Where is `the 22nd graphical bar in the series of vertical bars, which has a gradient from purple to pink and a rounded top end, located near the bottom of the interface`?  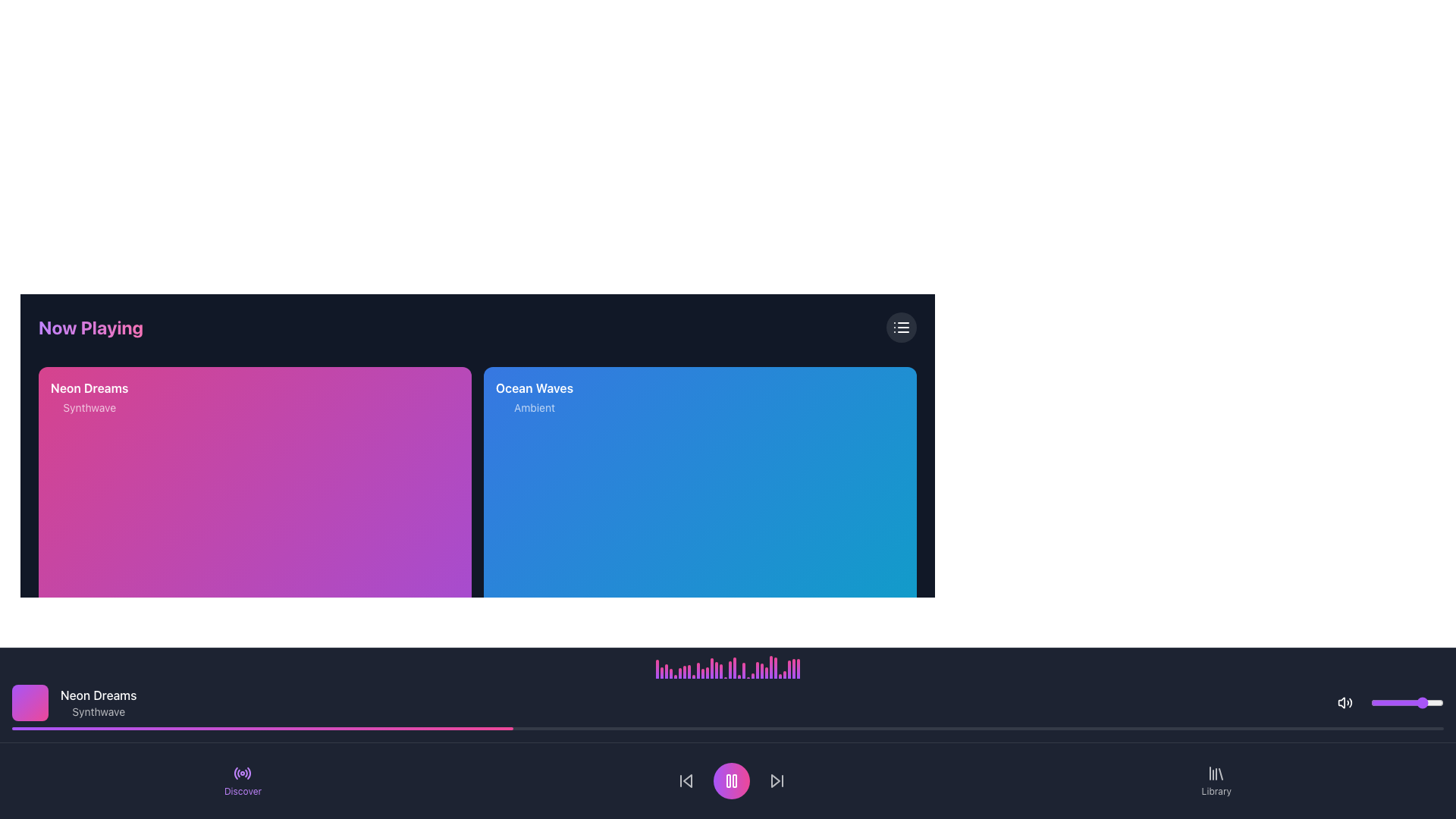
the 22nd graphical bar in the series of vertical bars, which has a gradient from purple to pink and a rounded top end, located near the bottom of the interface is located at coordinates (753, 671).